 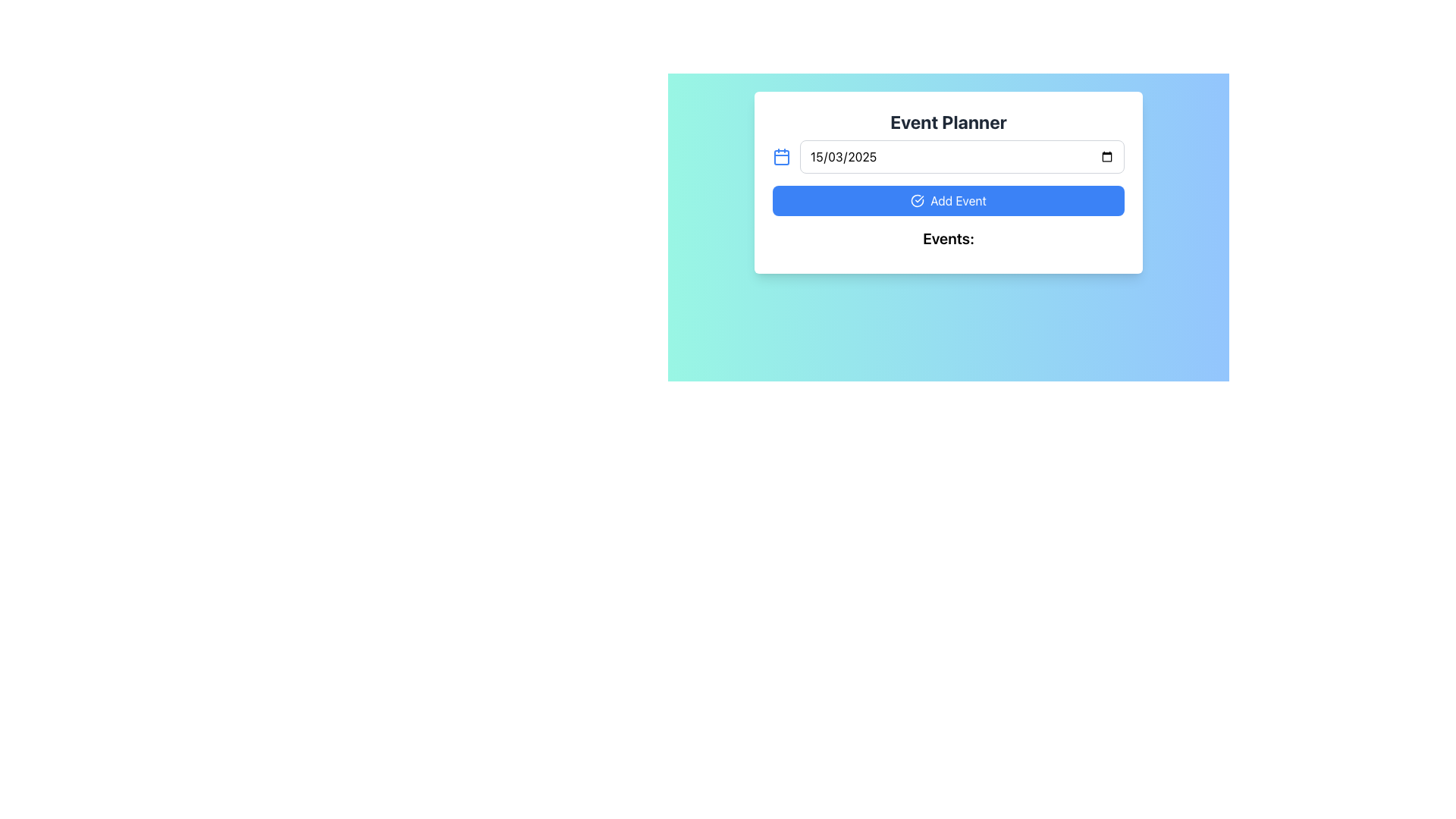 What do you see at coordinates (782, 157) in the screenshot?
I see `the blue calendar icon located in the header of the event planner interface to the left of the date input field` at bounding box center [782, 157].